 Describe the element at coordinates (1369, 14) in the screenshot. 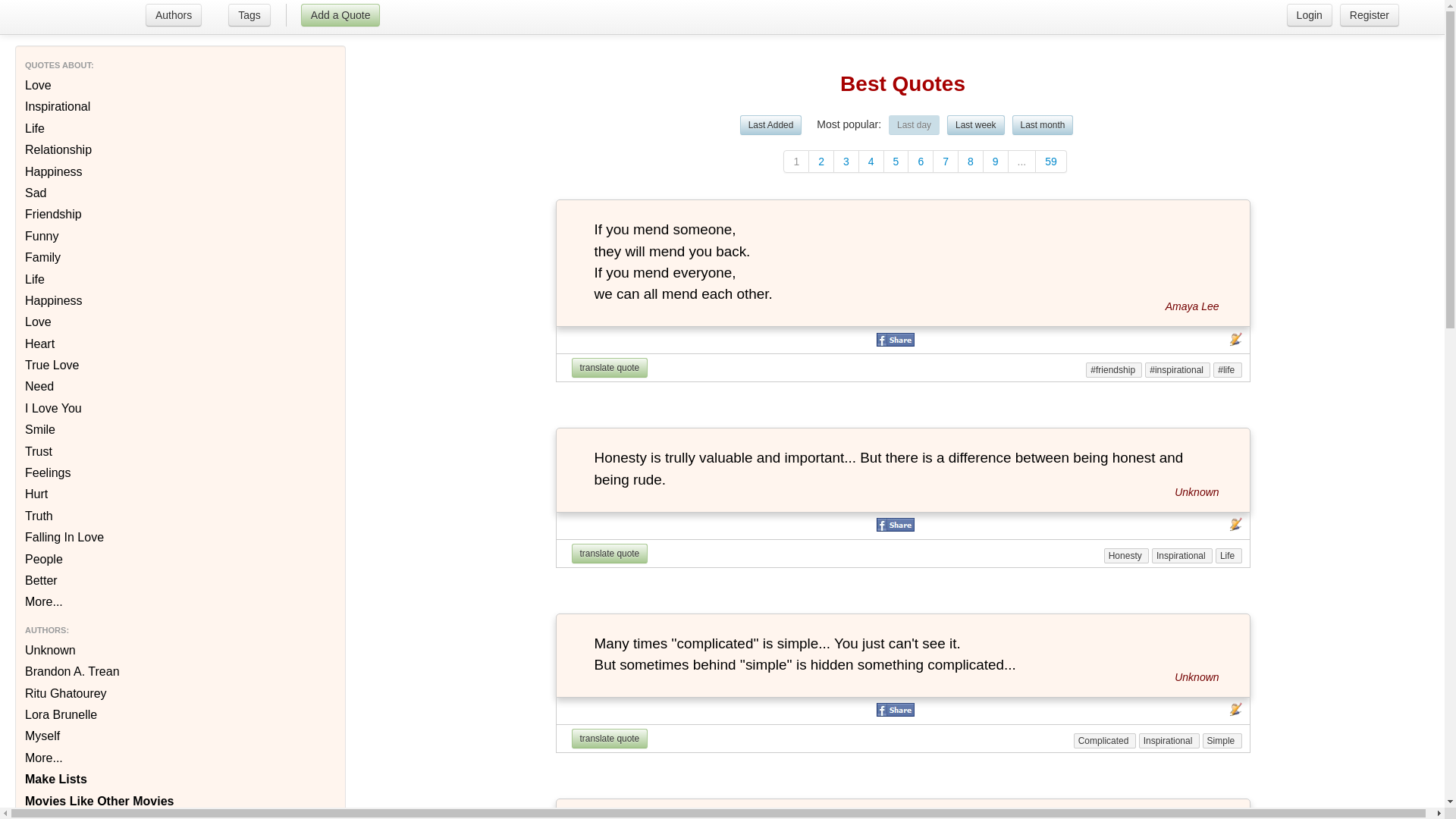

I see `'Register'` at that location.